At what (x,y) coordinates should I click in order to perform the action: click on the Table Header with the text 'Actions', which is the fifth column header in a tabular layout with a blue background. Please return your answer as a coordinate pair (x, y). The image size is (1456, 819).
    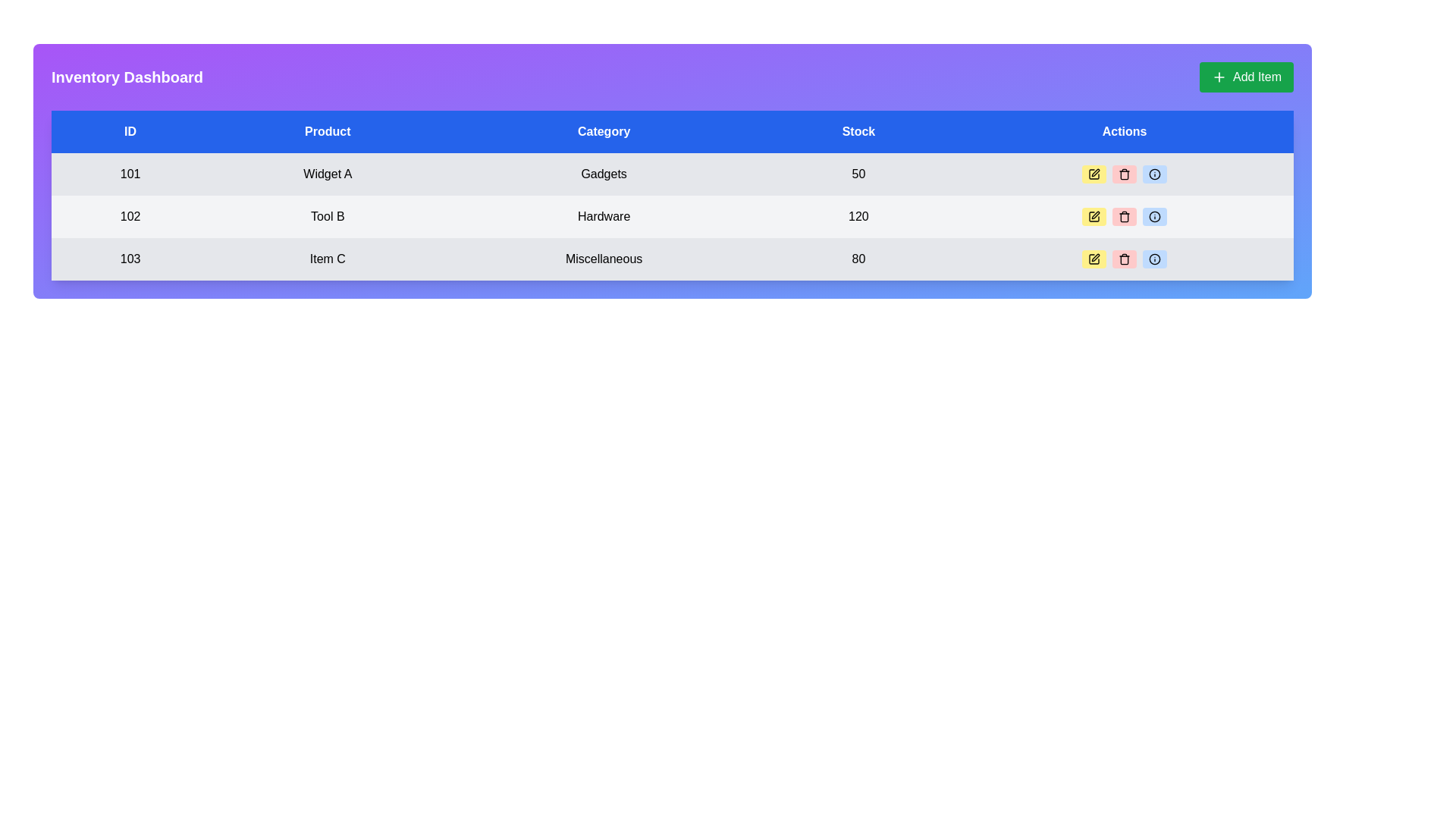
    Looking at the image, I should click on (1125, 130).